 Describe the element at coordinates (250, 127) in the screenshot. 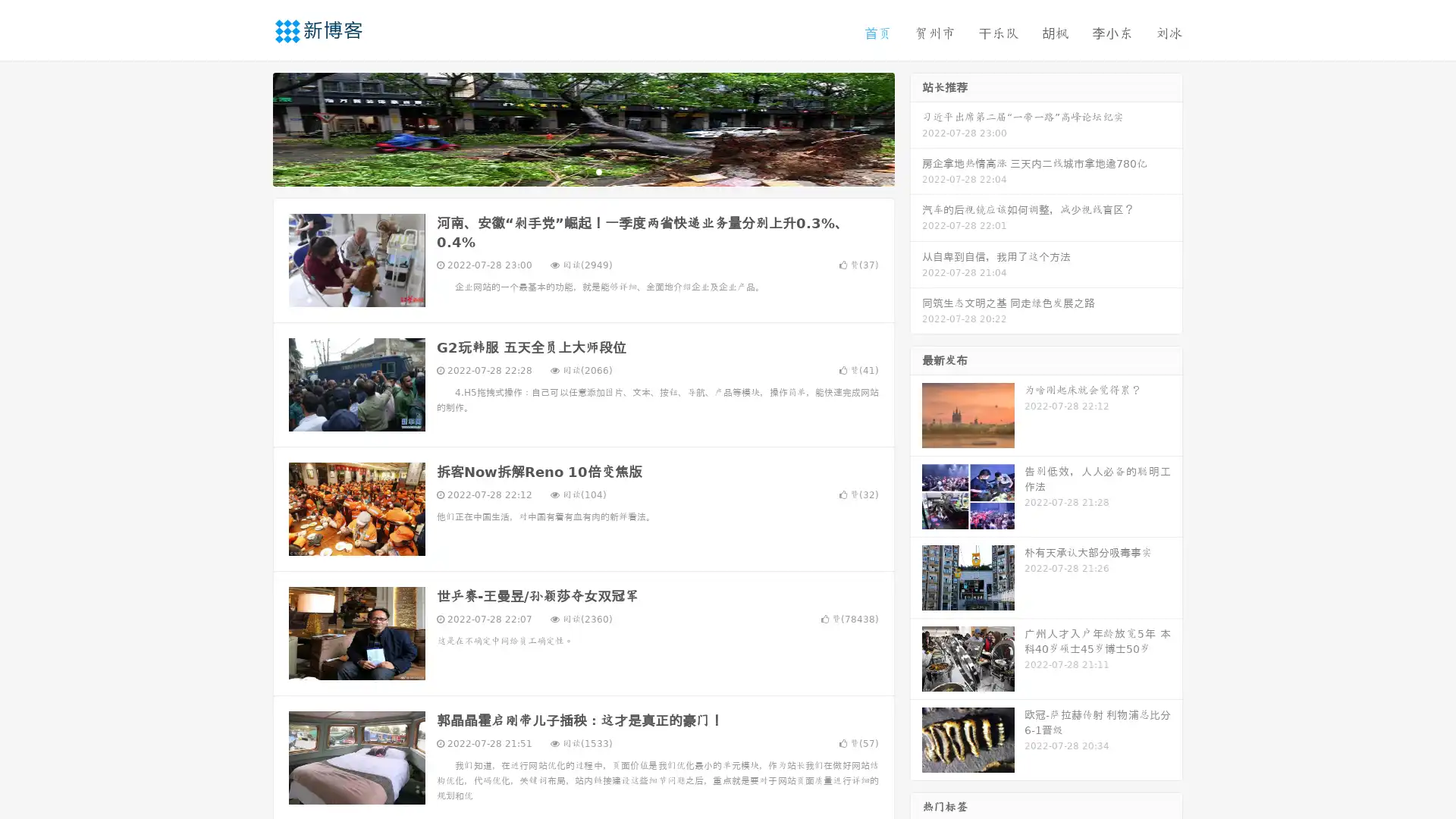

I see `Previous slide` at that location.